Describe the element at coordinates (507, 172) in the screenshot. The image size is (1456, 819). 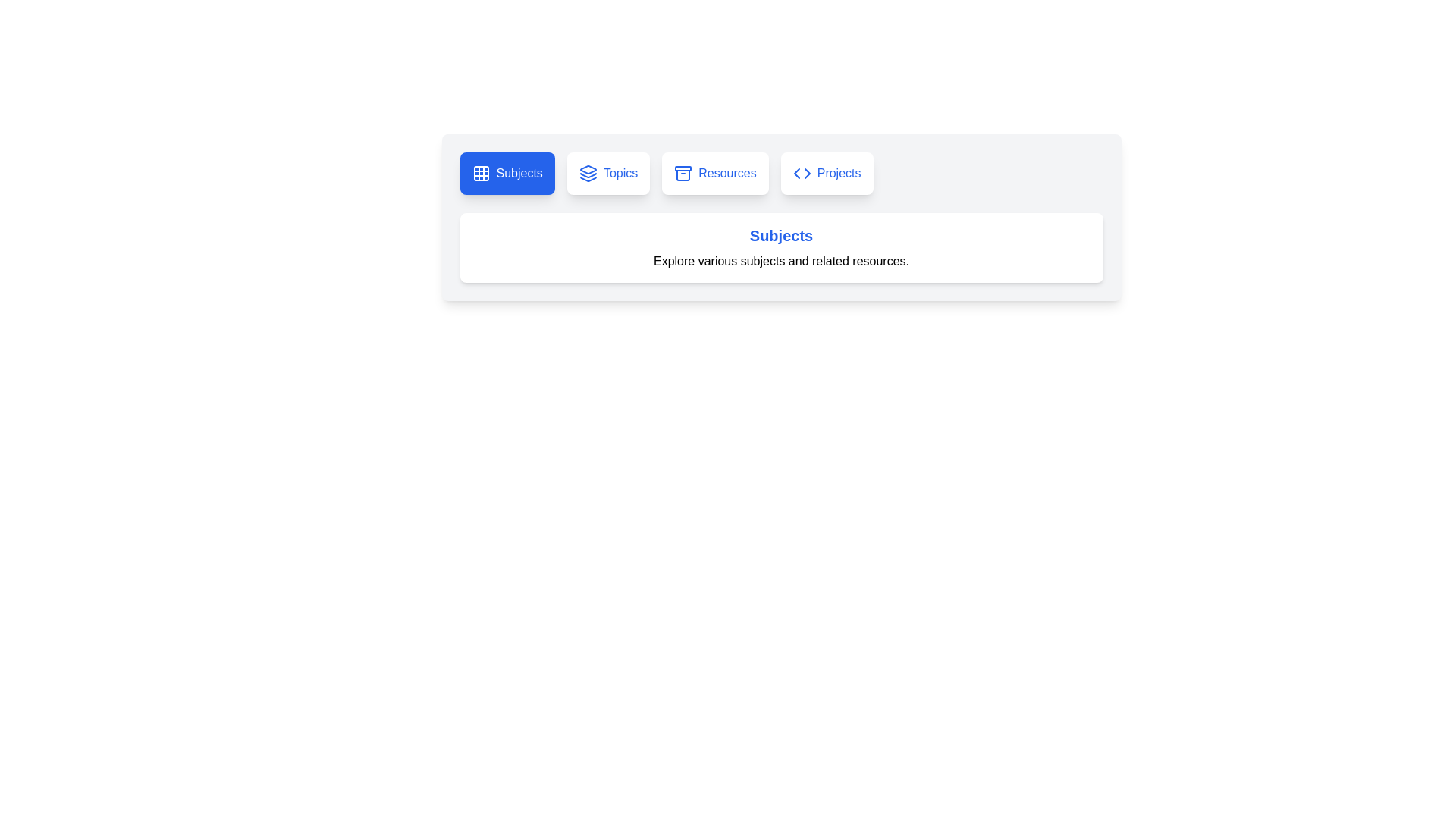
I see `the tab labeled Subjects to activate it and view its content` at that location.